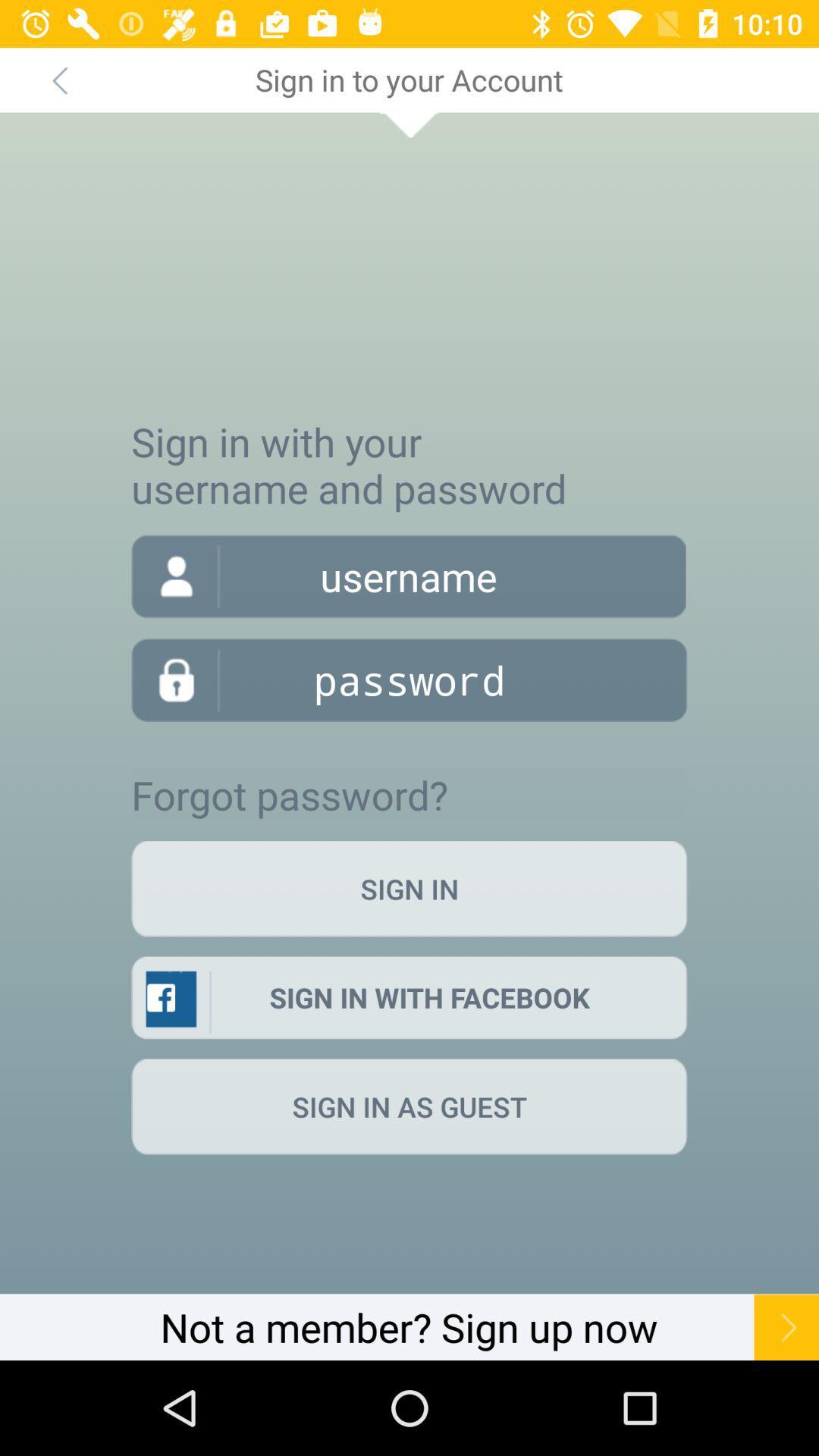 This screenshot has width=819, height=1456. Describe the element at coordinates (58, 79) in the screenshot. I see `item next to the sign in to` at that location.